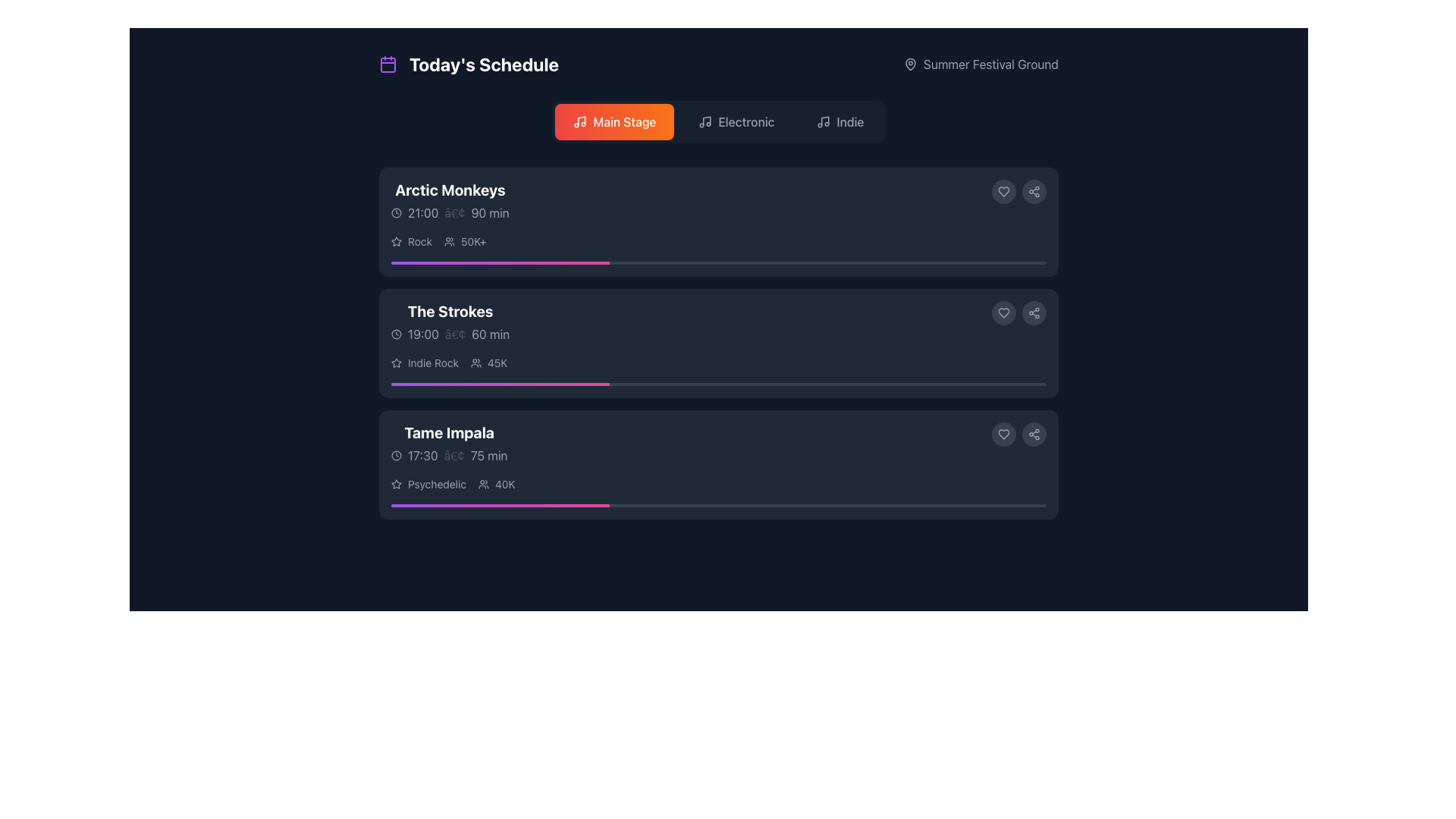 This screenshot has height=819, width=1456. Describe the element at coordinates (449, 213) in the screenshot. I see `the non-interactive text label displaying the time and duration of the event, located beneath the 'Arctic Monkeys' title in the upper-left quadrant of the interface` at that location.